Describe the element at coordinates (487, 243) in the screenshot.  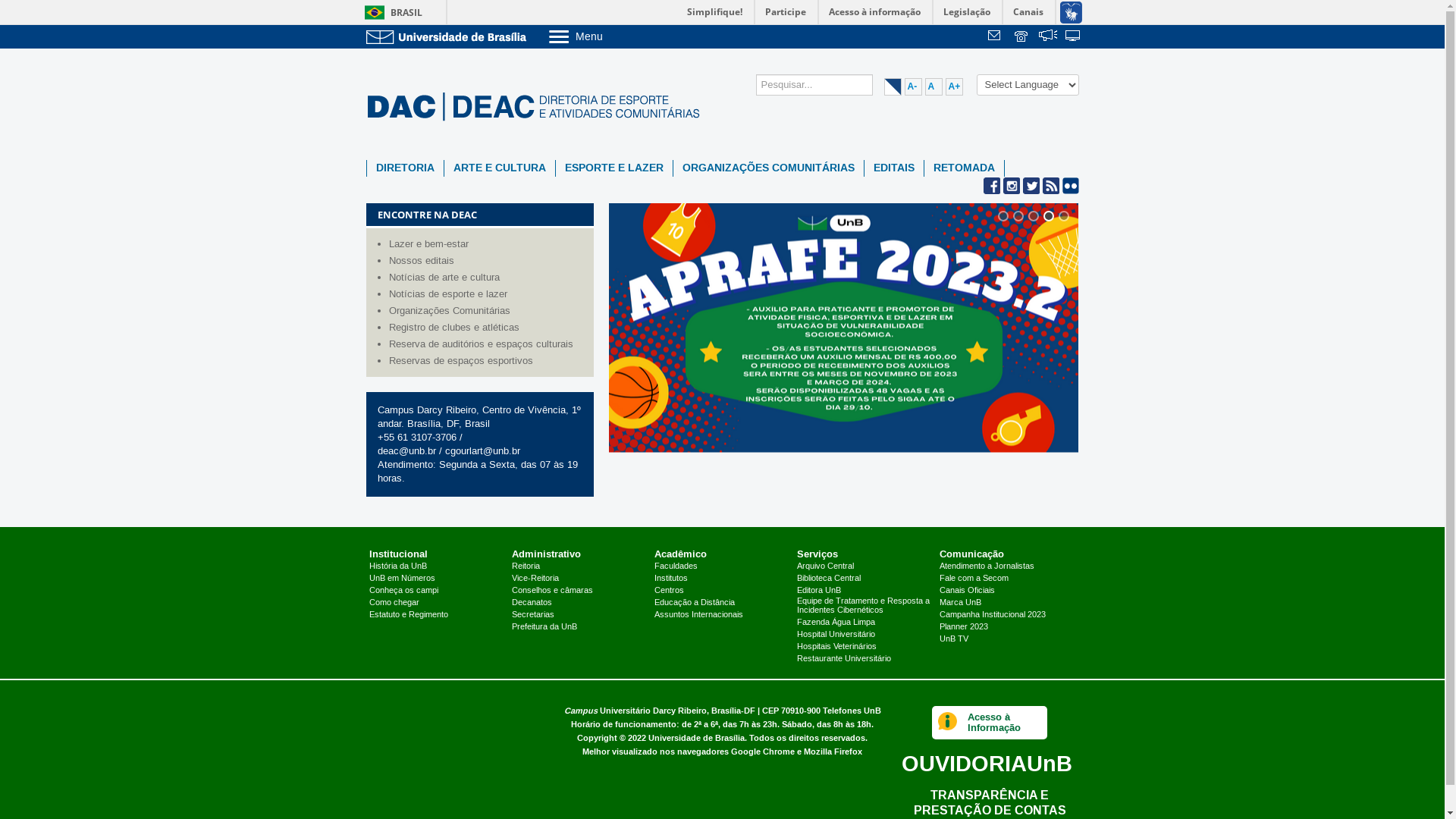
I see `'Lazer e bem-estar'` at that location.